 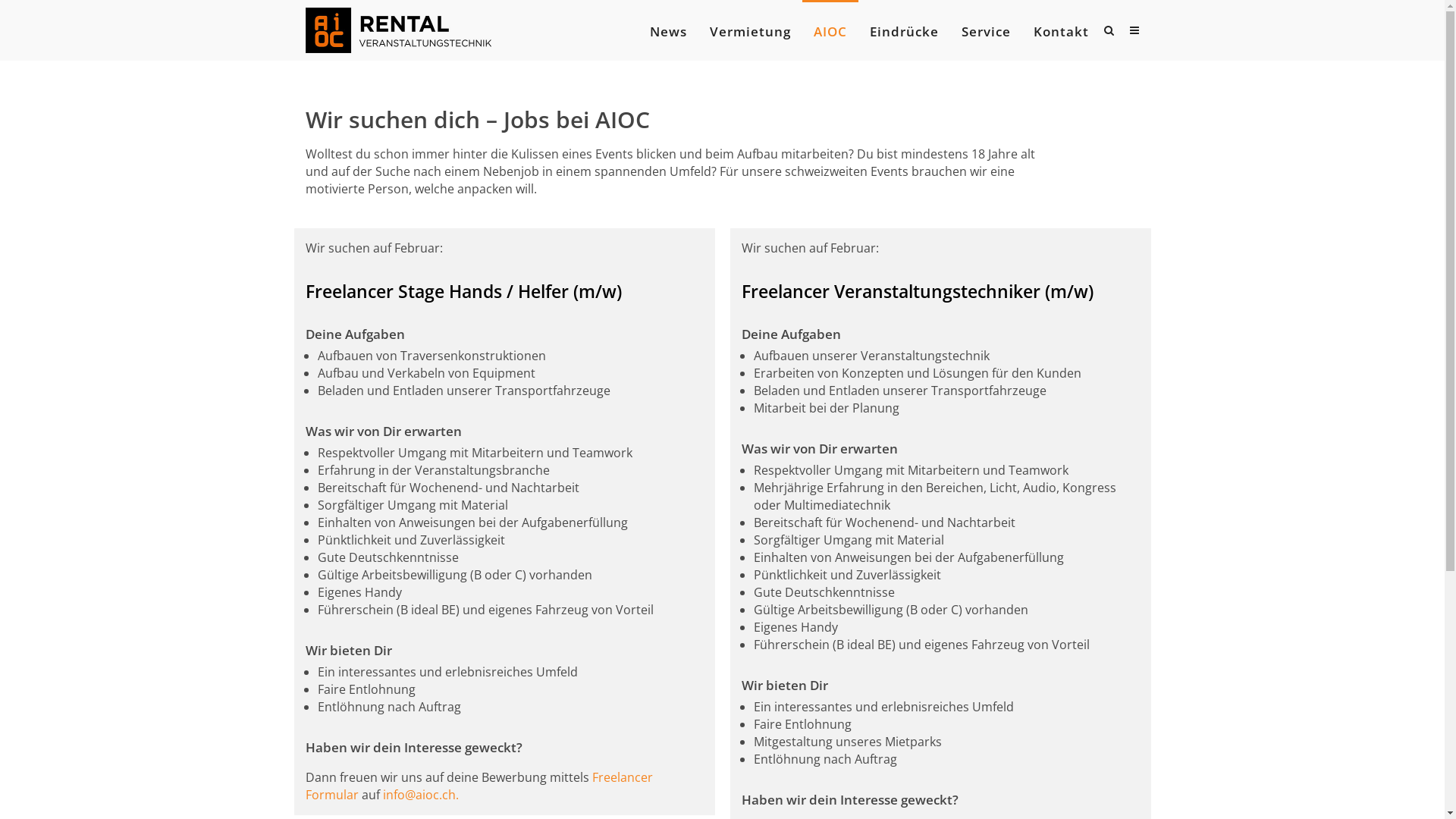 I want to click on 'info@aioc.ch.', so click(x=419, y=794).